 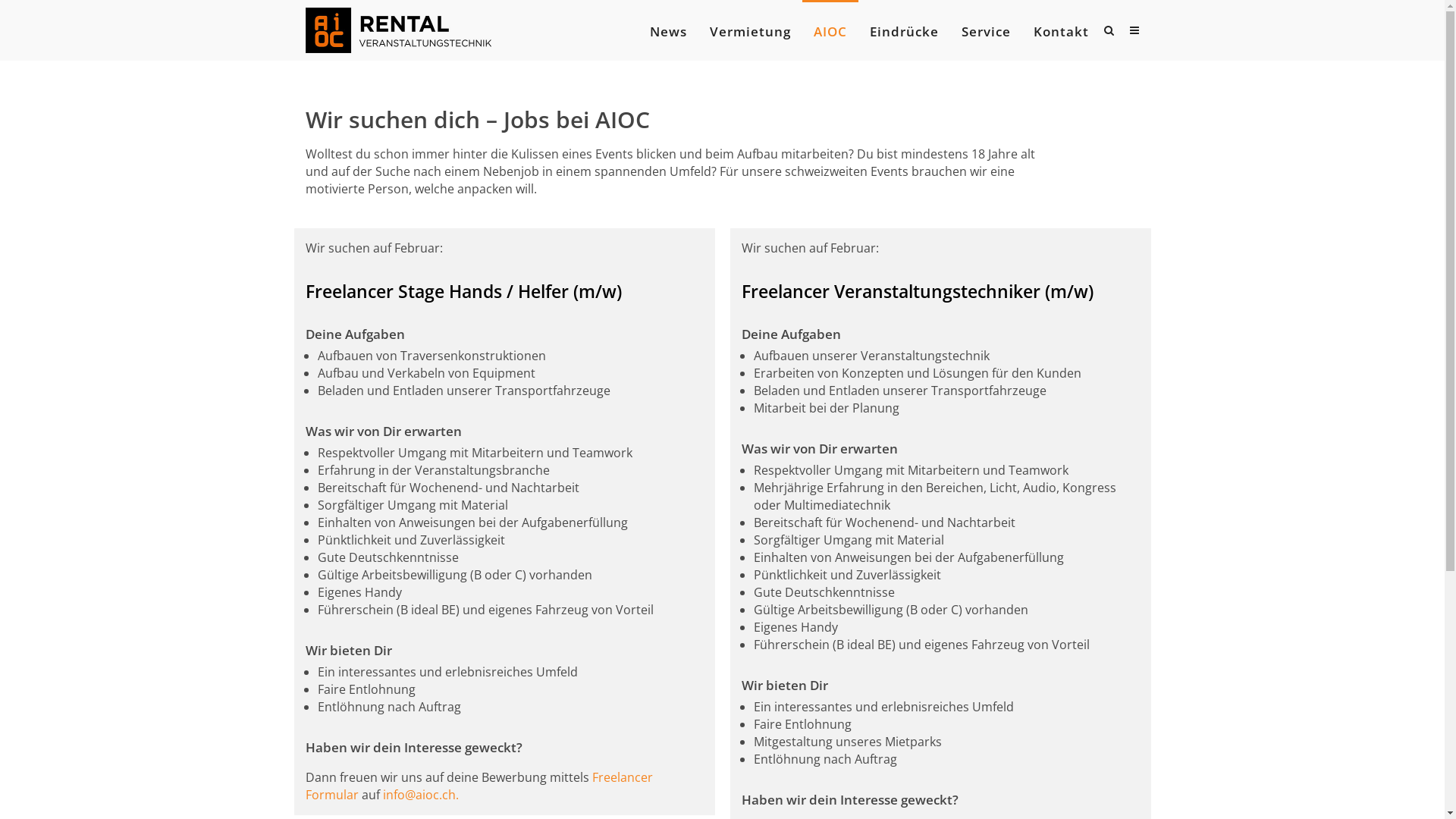 I want to click on 'info@aioc.ch.', so click(x=419, y=794).